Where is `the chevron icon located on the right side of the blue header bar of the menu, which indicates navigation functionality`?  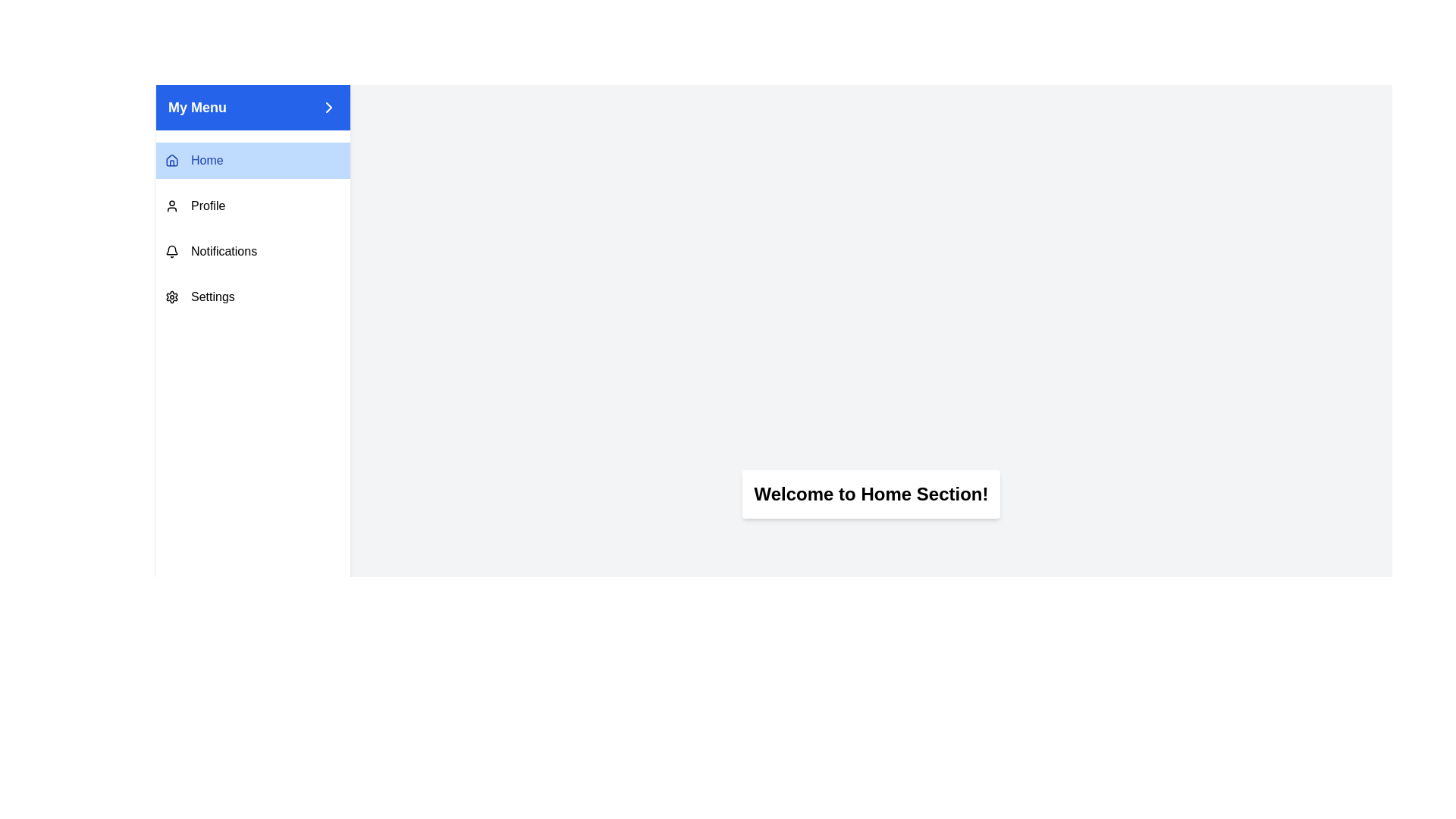 the chevron icon located on the right side of the blue header bar of the menu, which indicates navigation functionality is located at coordinates (328, 107).